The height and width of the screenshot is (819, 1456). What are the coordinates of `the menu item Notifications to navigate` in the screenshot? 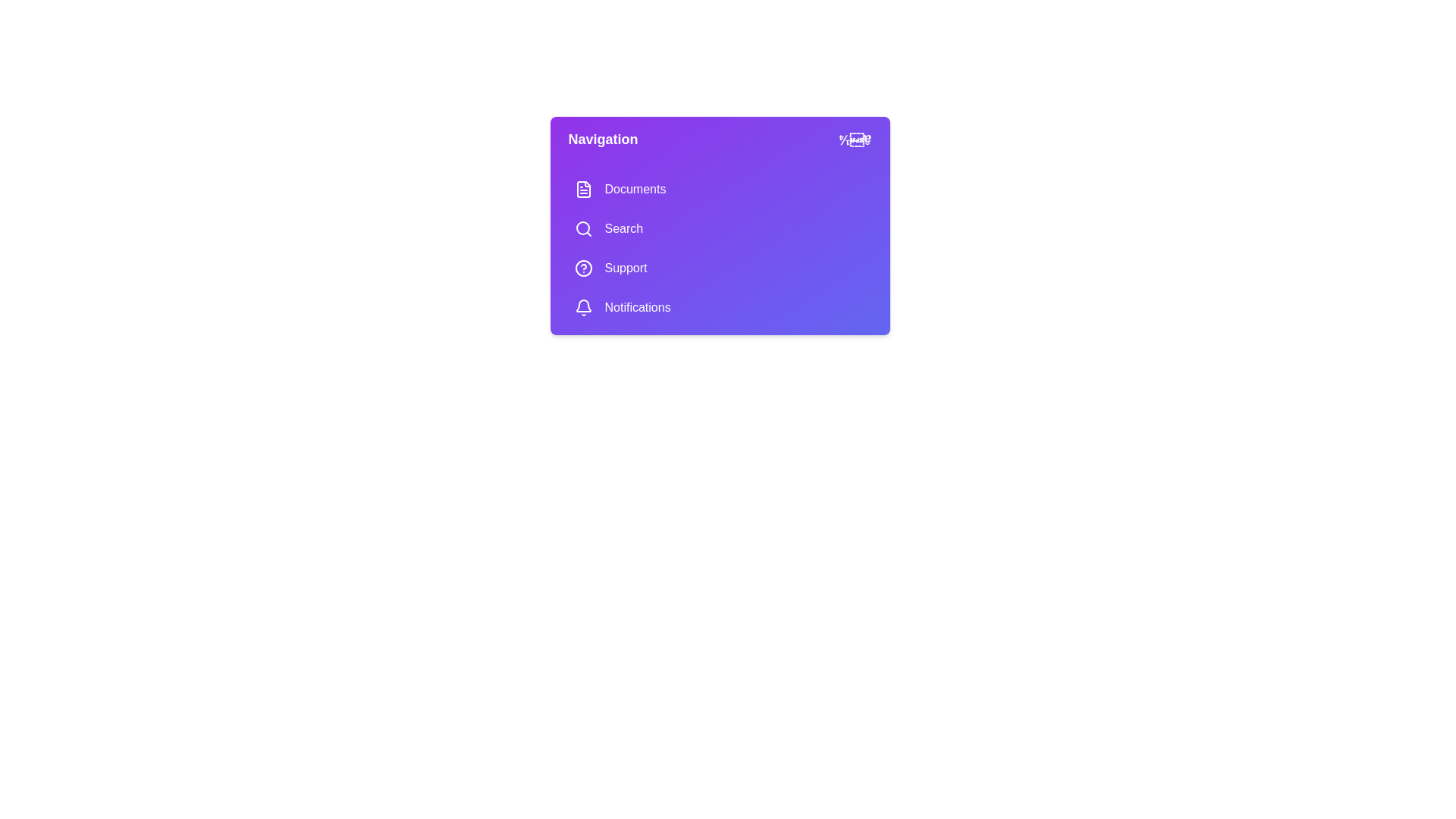 It's located at (719, 307).